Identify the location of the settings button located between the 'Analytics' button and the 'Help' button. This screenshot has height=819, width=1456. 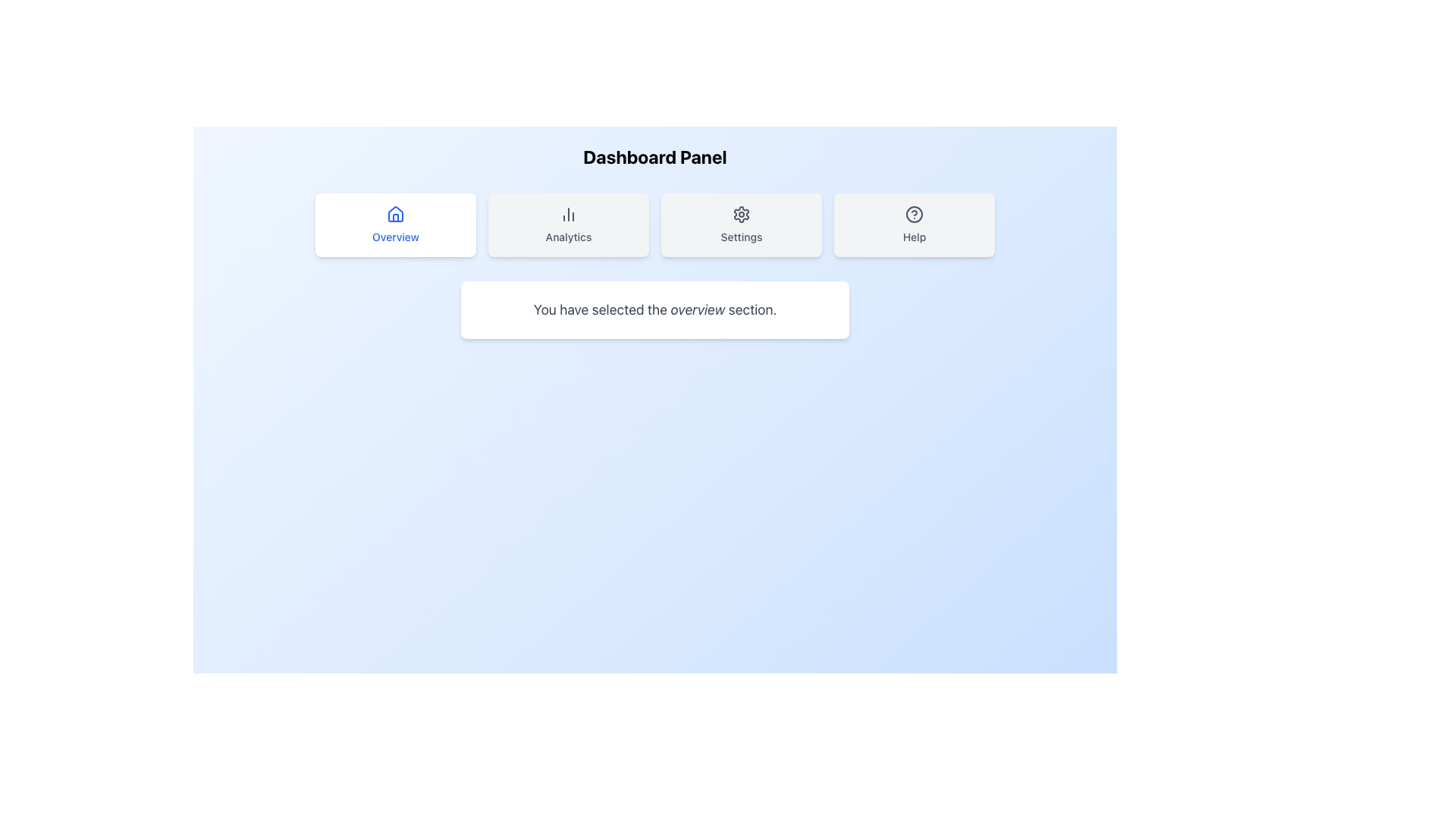
(742, 225).